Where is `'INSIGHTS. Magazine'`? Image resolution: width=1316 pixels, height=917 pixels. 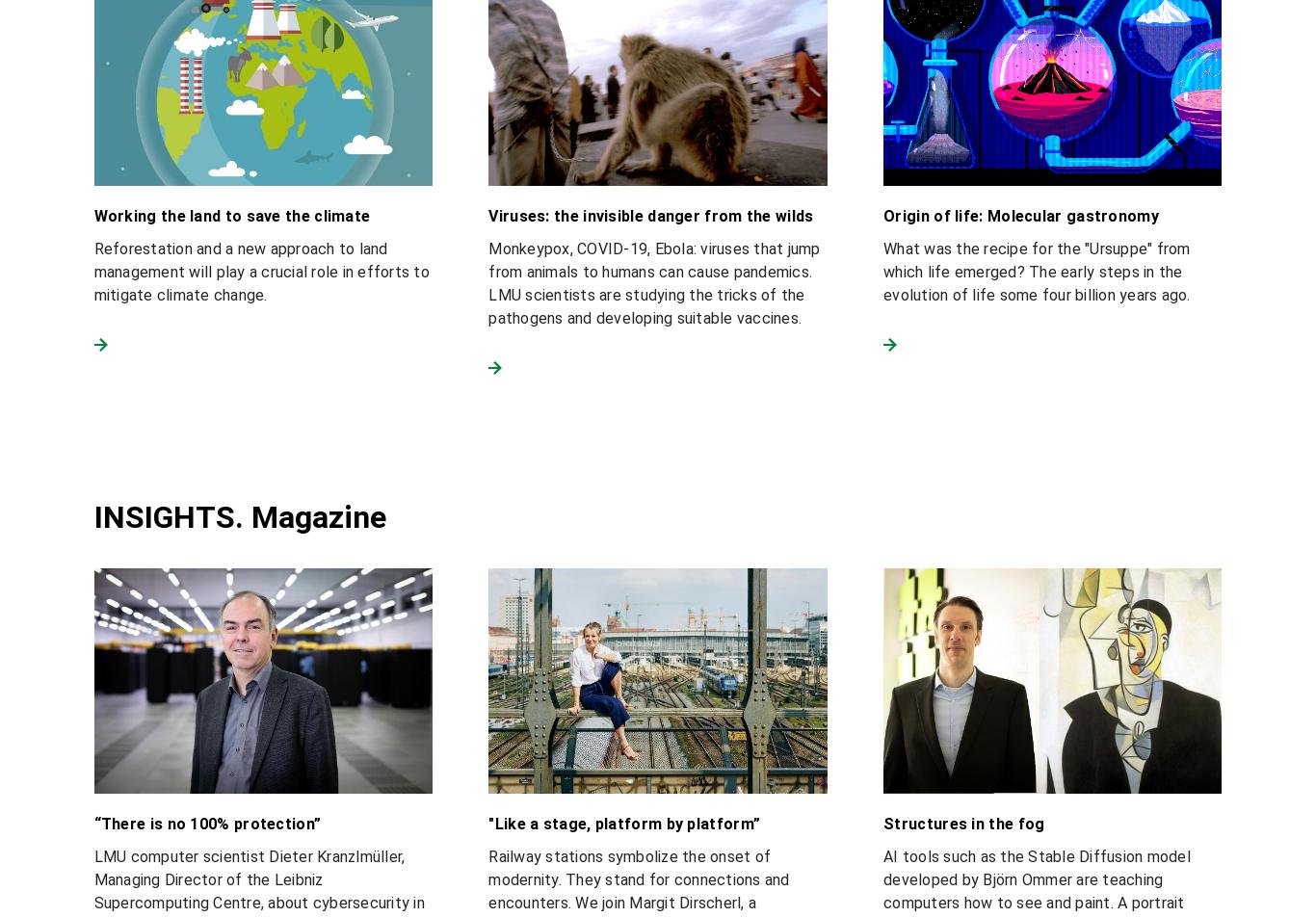
'INSIGHTS. Magazine' is located at coordinates (239, 515).